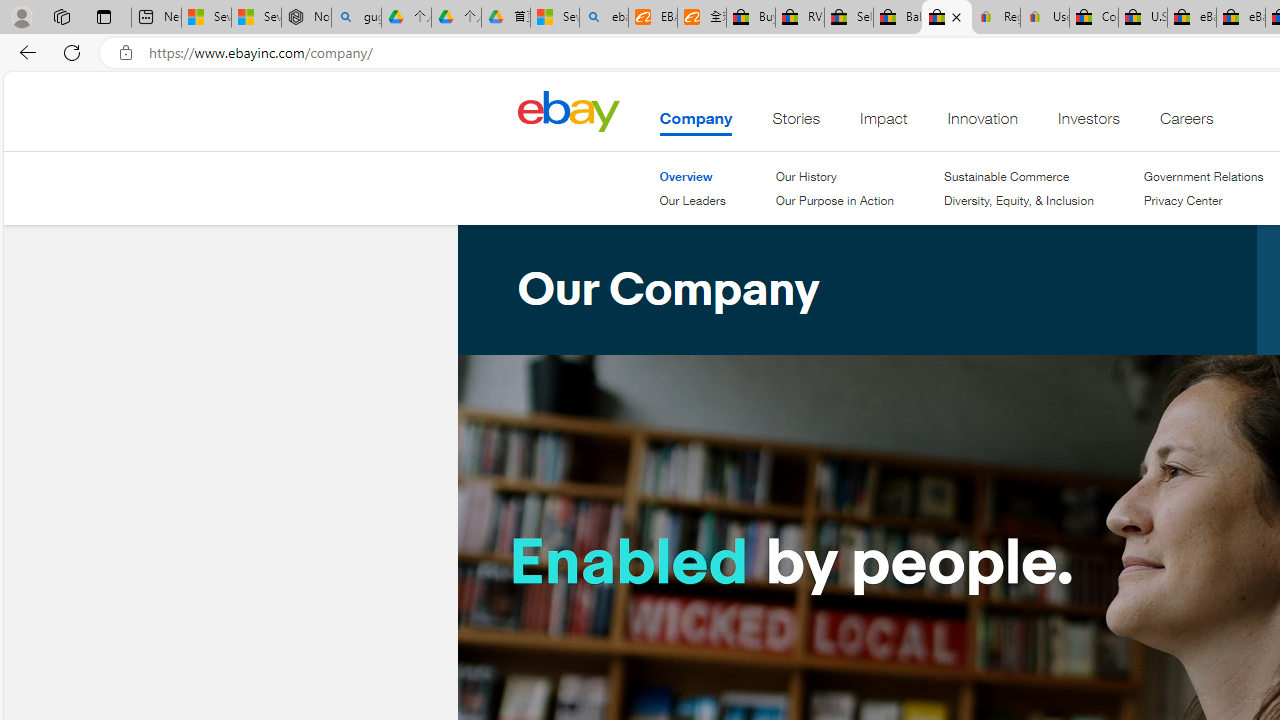 The image size is (1280, 720). Describe the element at coordinates (1007, 175) in the screenshot. I see `'Sustainable Commerce'` at that location.